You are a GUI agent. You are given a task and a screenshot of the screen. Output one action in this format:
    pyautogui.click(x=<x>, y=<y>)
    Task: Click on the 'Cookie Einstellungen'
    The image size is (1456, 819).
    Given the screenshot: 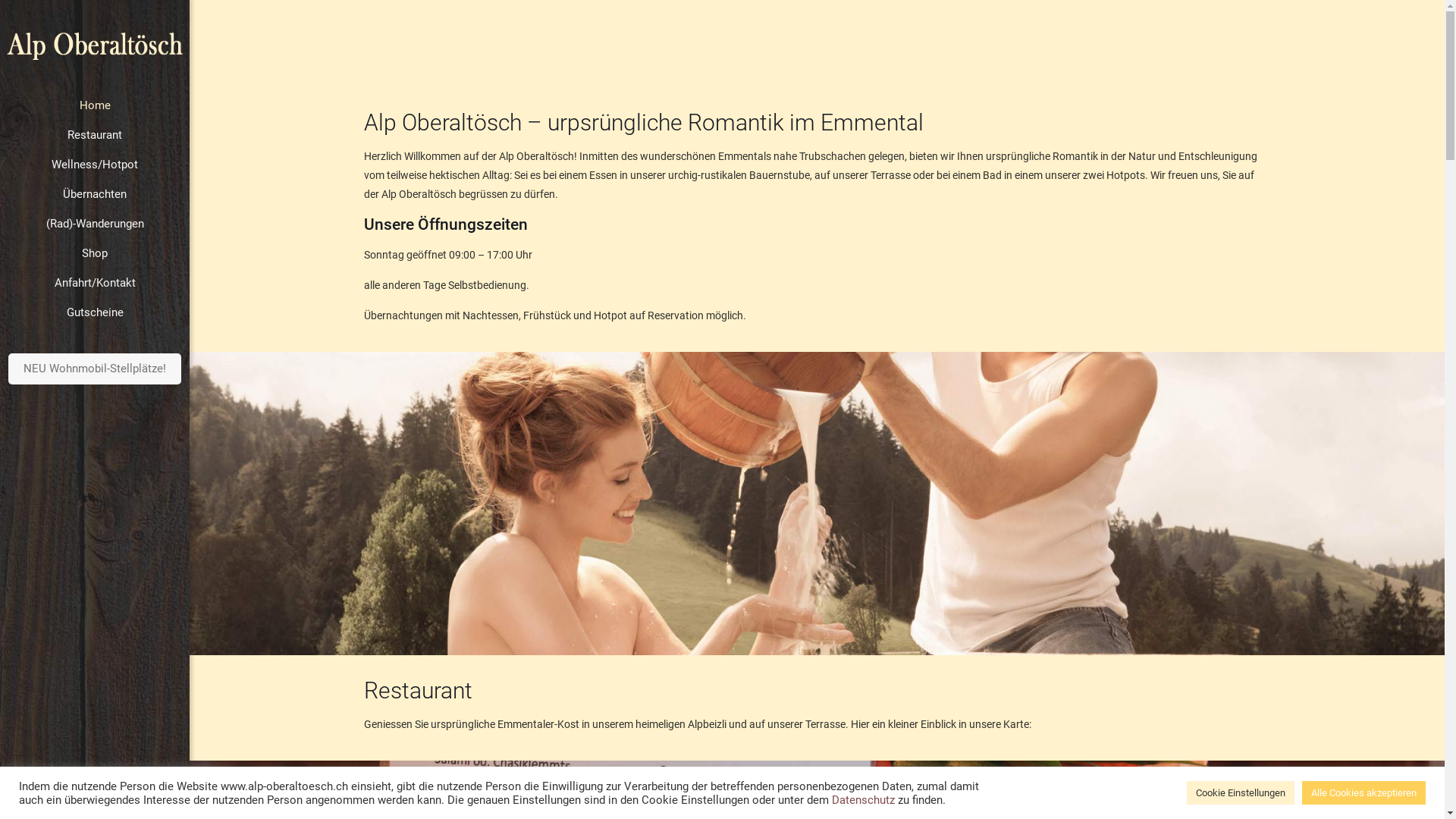 What is the action you would take?
    pyautogui.click(x=1241, y=792)
    